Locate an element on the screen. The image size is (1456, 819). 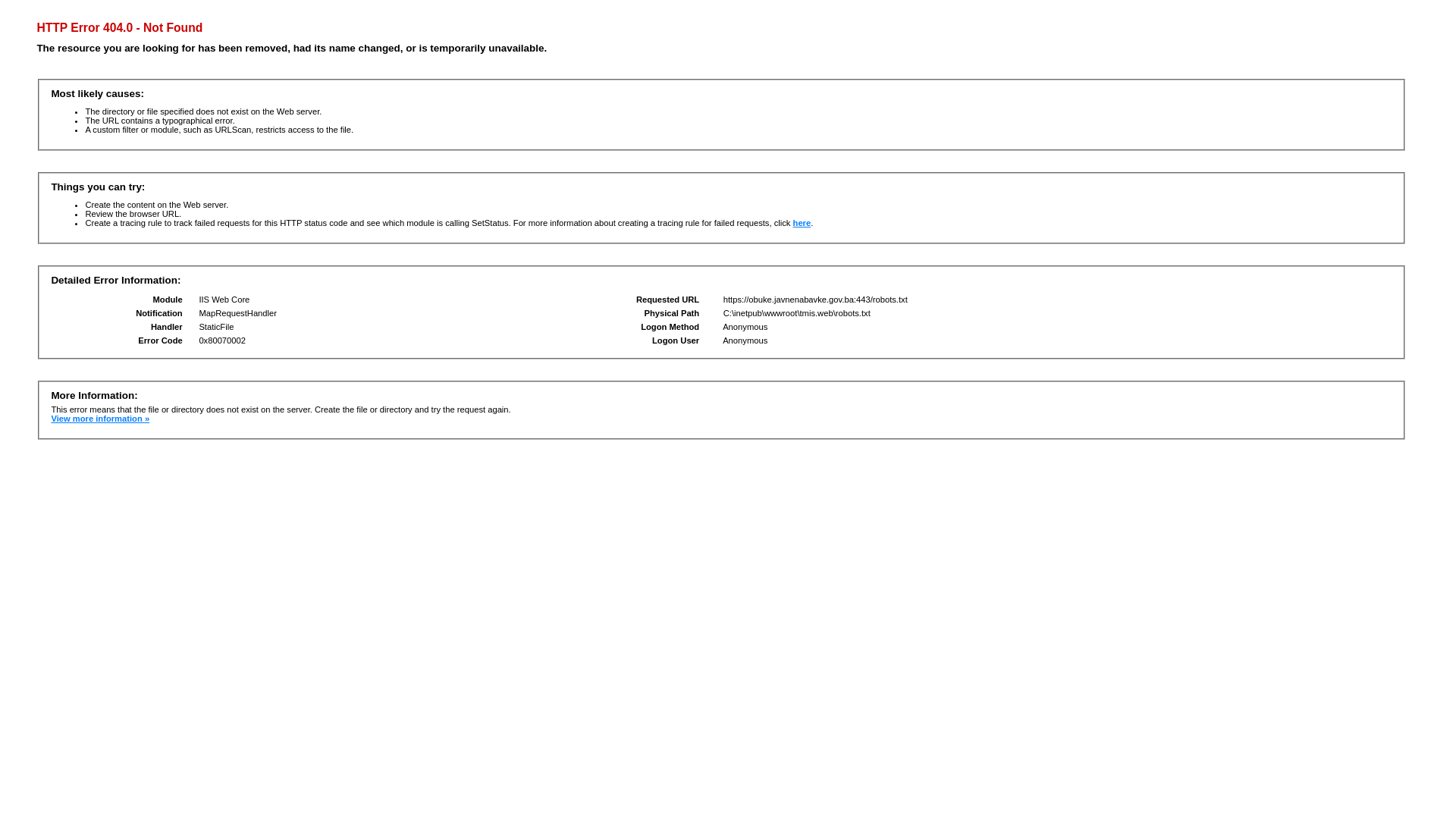
'here' is located at coordinates (801, 222).